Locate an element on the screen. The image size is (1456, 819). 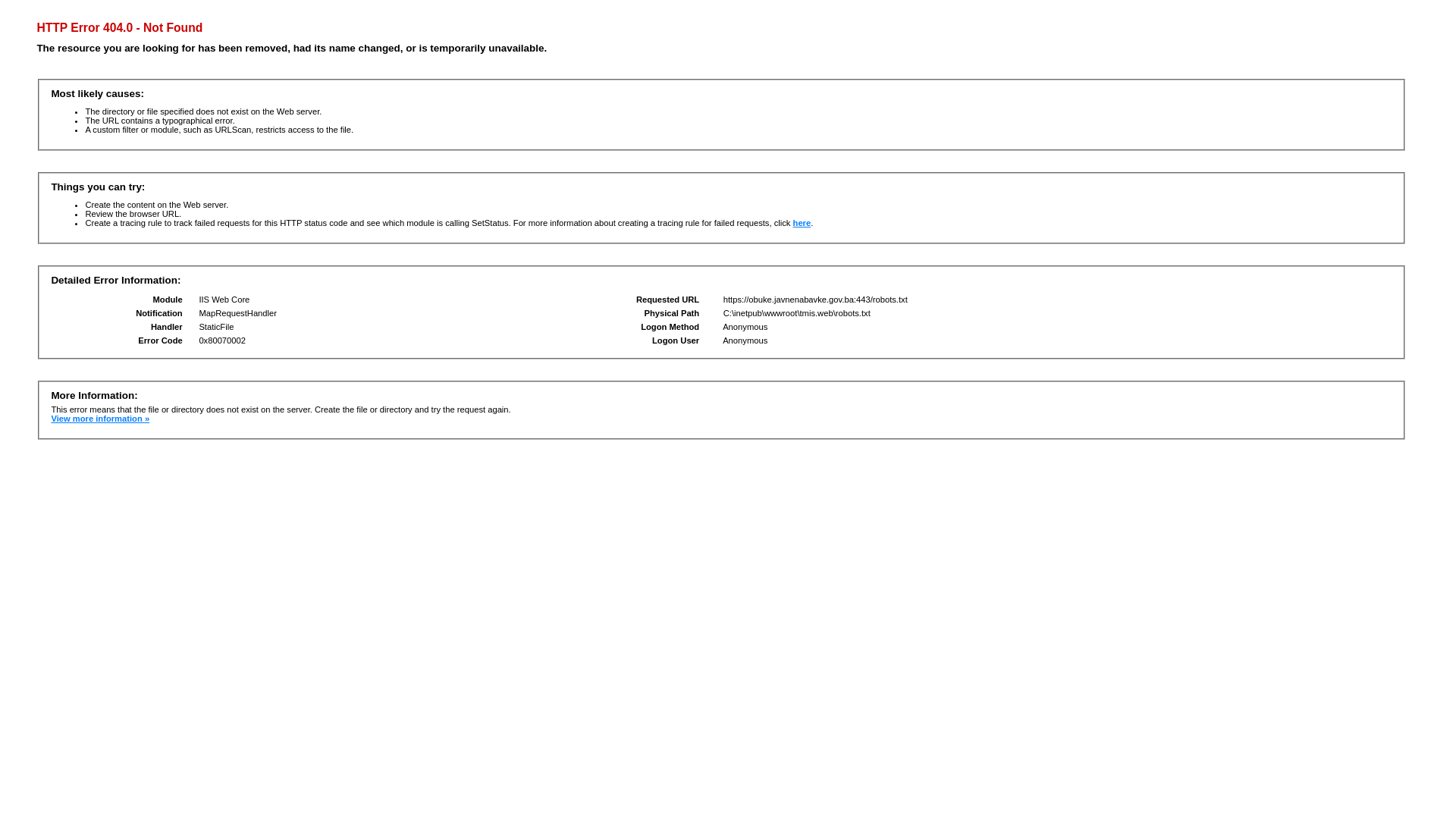
'here' is located at coordinates (801, 222).